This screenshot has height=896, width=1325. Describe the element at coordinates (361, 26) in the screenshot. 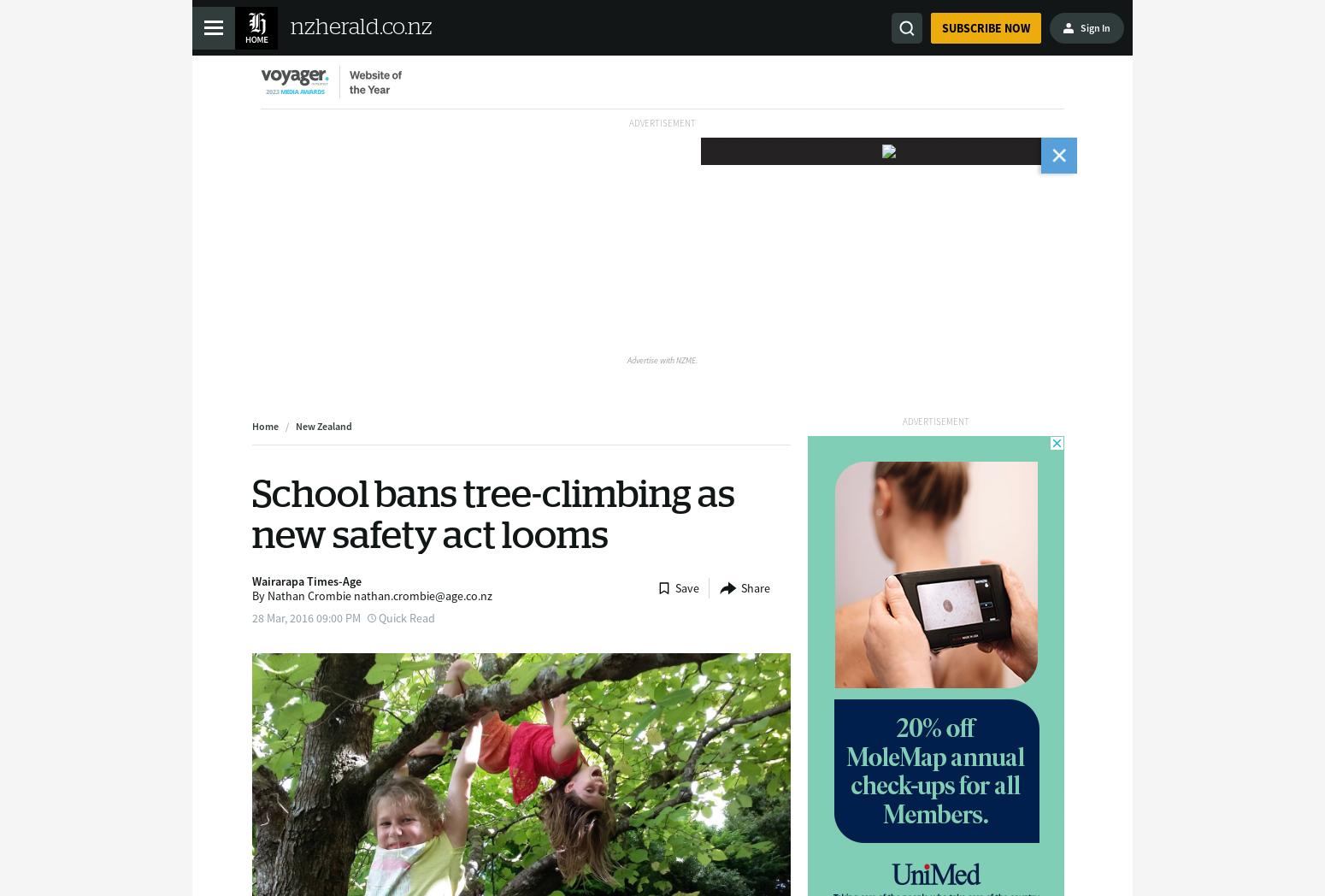

I see `'nzherald.co.nz'` at that location.